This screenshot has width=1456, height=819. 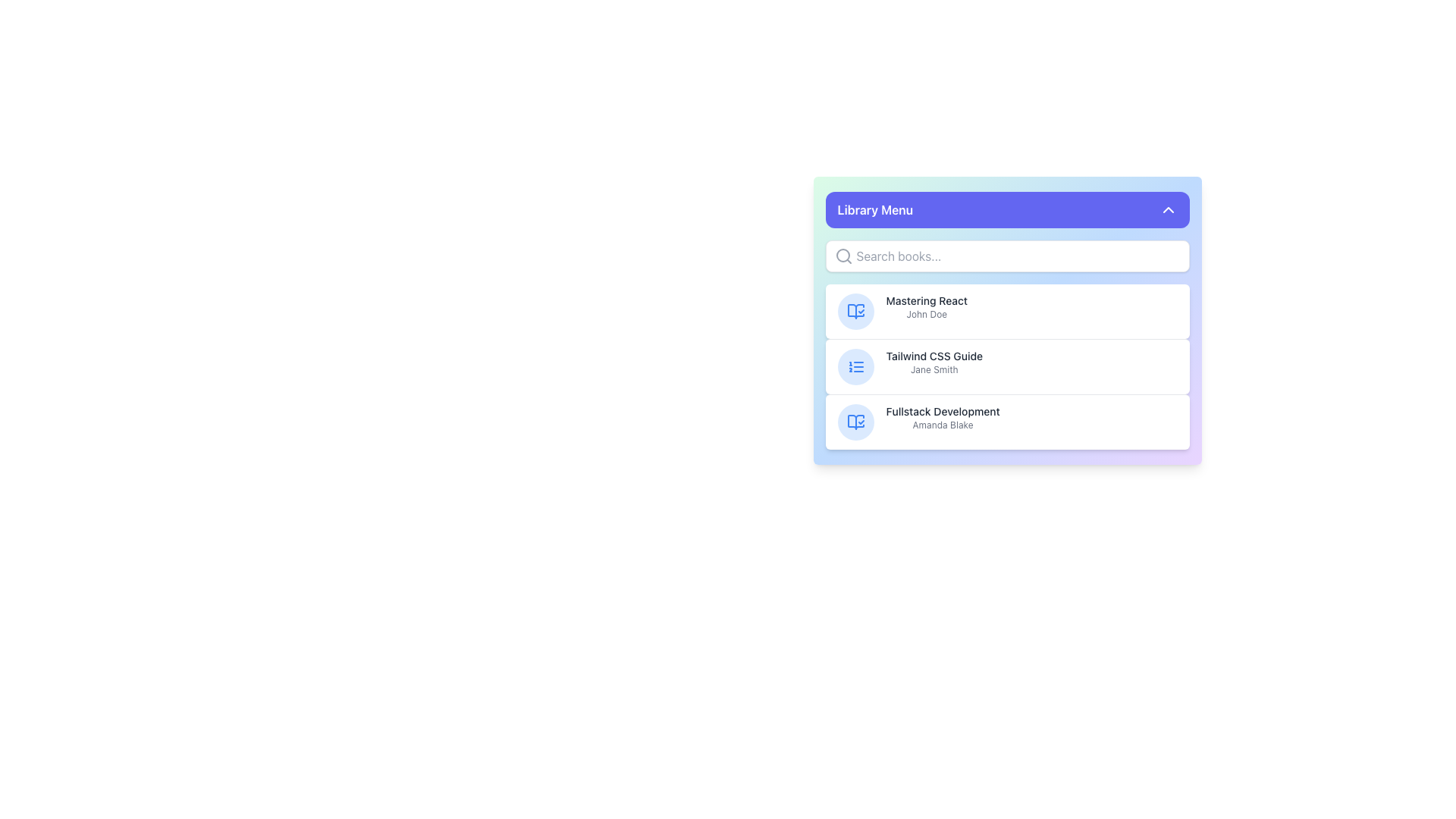 I want to click on the icon representing the ordered list function located in the second row of the 'Library Menu' interface, adjacent to 'Tailwind CSS Guide' and 'Jane Smith', so click(x=855, y=366).